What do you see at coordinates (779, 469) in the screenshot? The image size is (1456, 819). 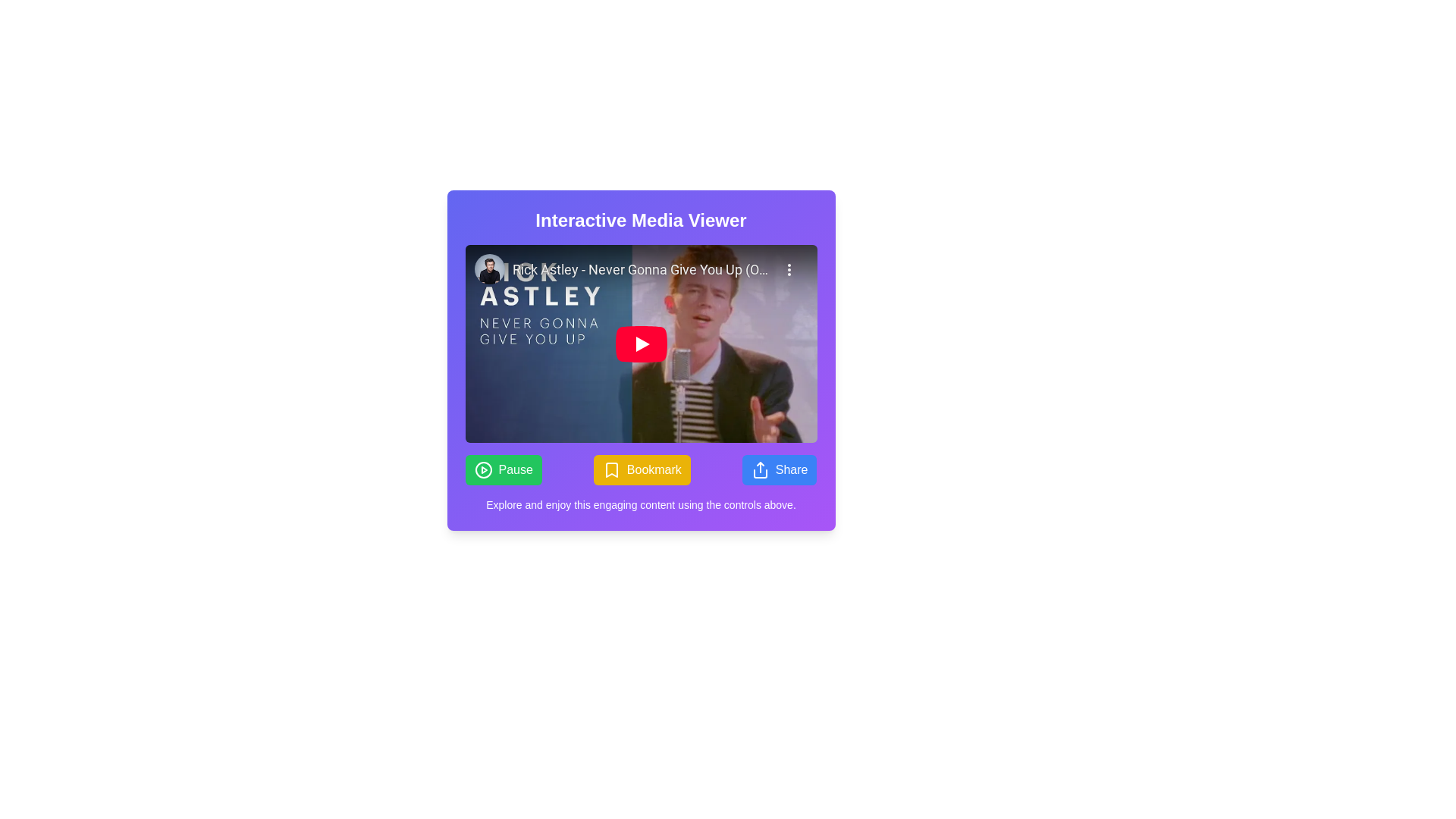 I see `the third button in the horizontal row at the bottom of the widget to initiate sharing options` at bounding box center [779, 469].